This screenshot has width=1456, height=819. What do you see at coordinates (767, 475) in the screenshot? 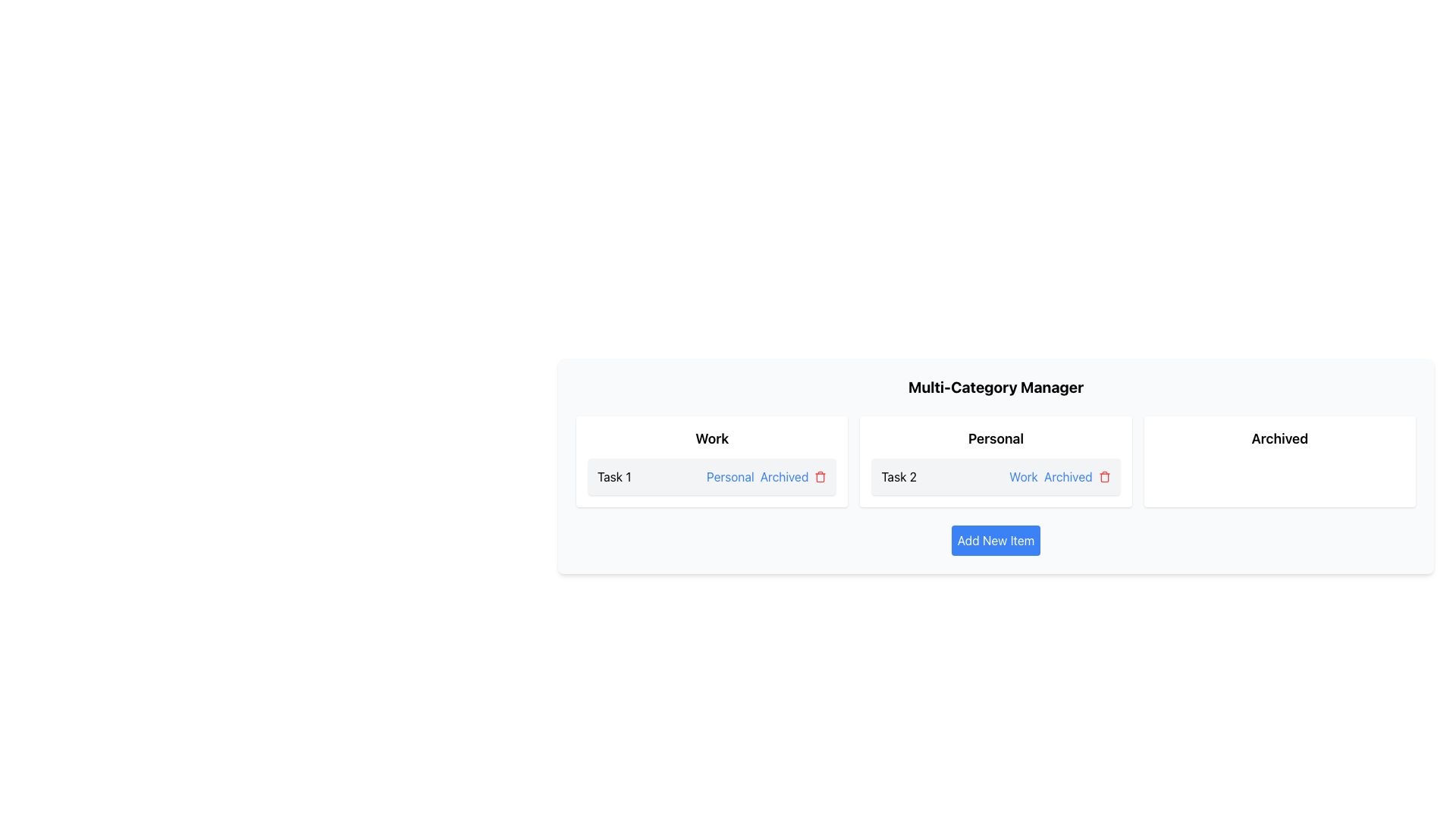
I see `the 'Archived' hyperlink located in the 'Work' pane under 'Task 1', which is the second item in the list` at bounding box center [767, 475].